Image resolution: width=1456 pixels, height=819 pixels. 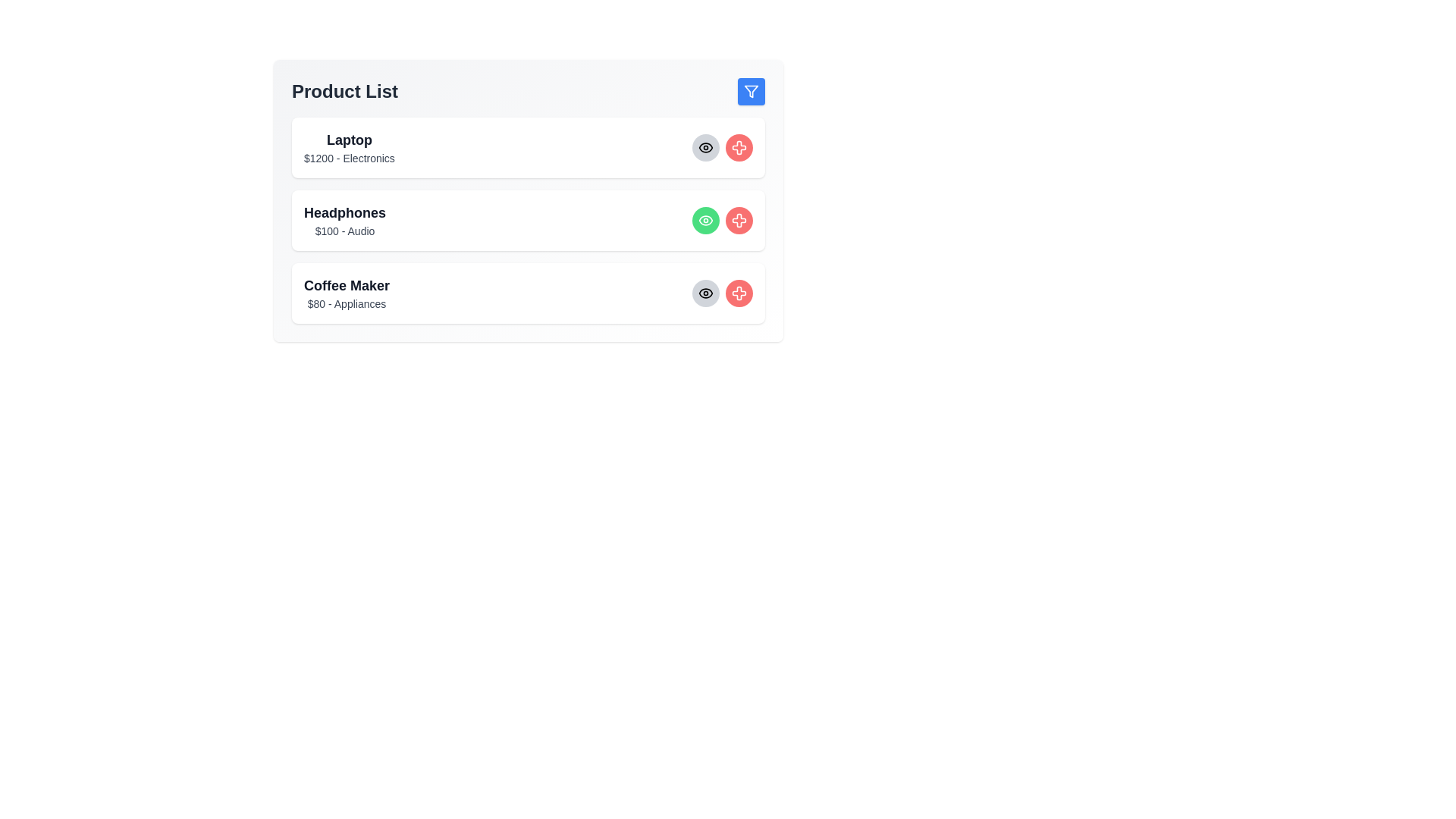 I want to click on the filter button to apply filters, so click(x=751, y=91).